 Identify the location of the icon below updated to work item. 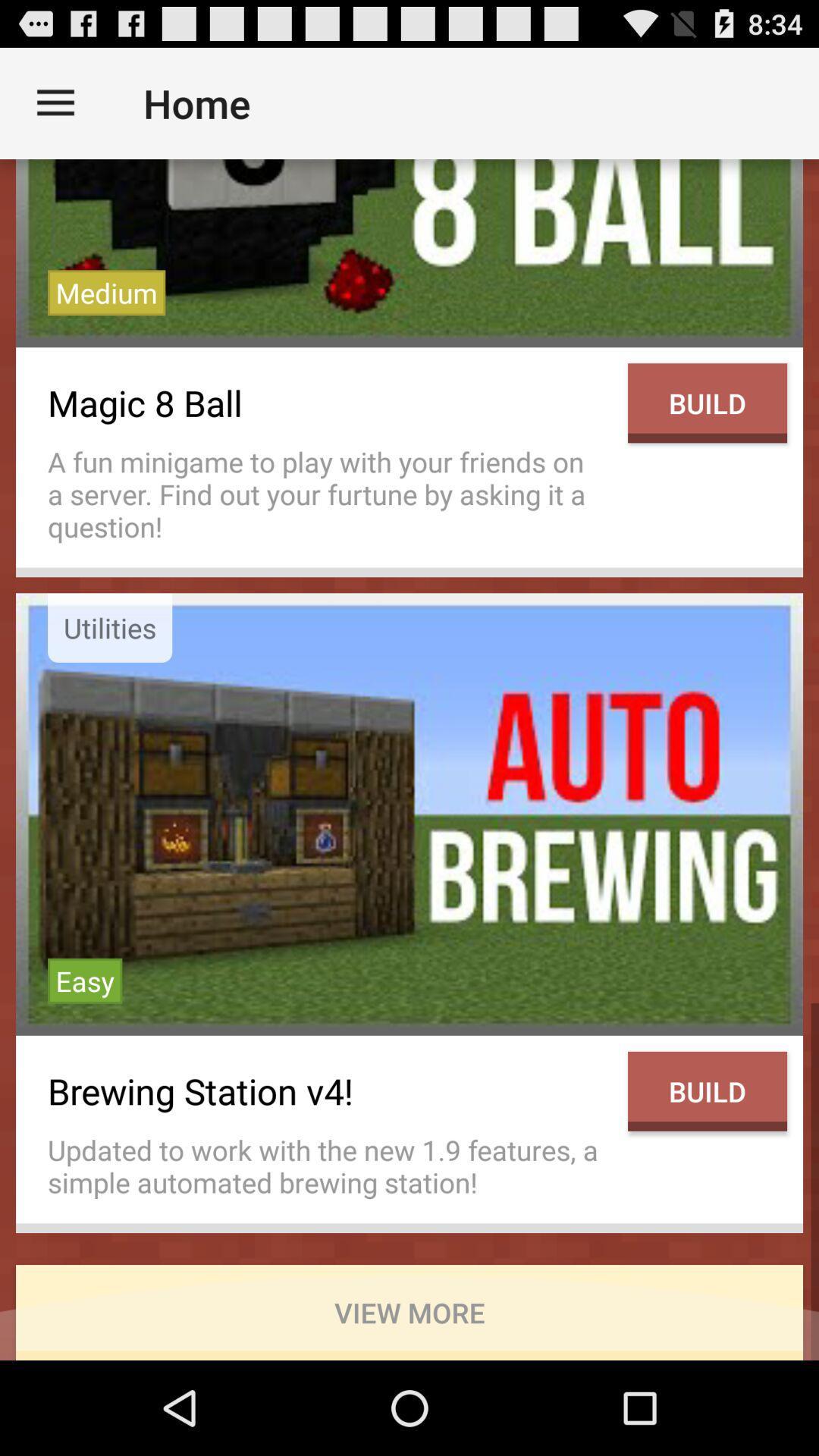
(409, 1312).